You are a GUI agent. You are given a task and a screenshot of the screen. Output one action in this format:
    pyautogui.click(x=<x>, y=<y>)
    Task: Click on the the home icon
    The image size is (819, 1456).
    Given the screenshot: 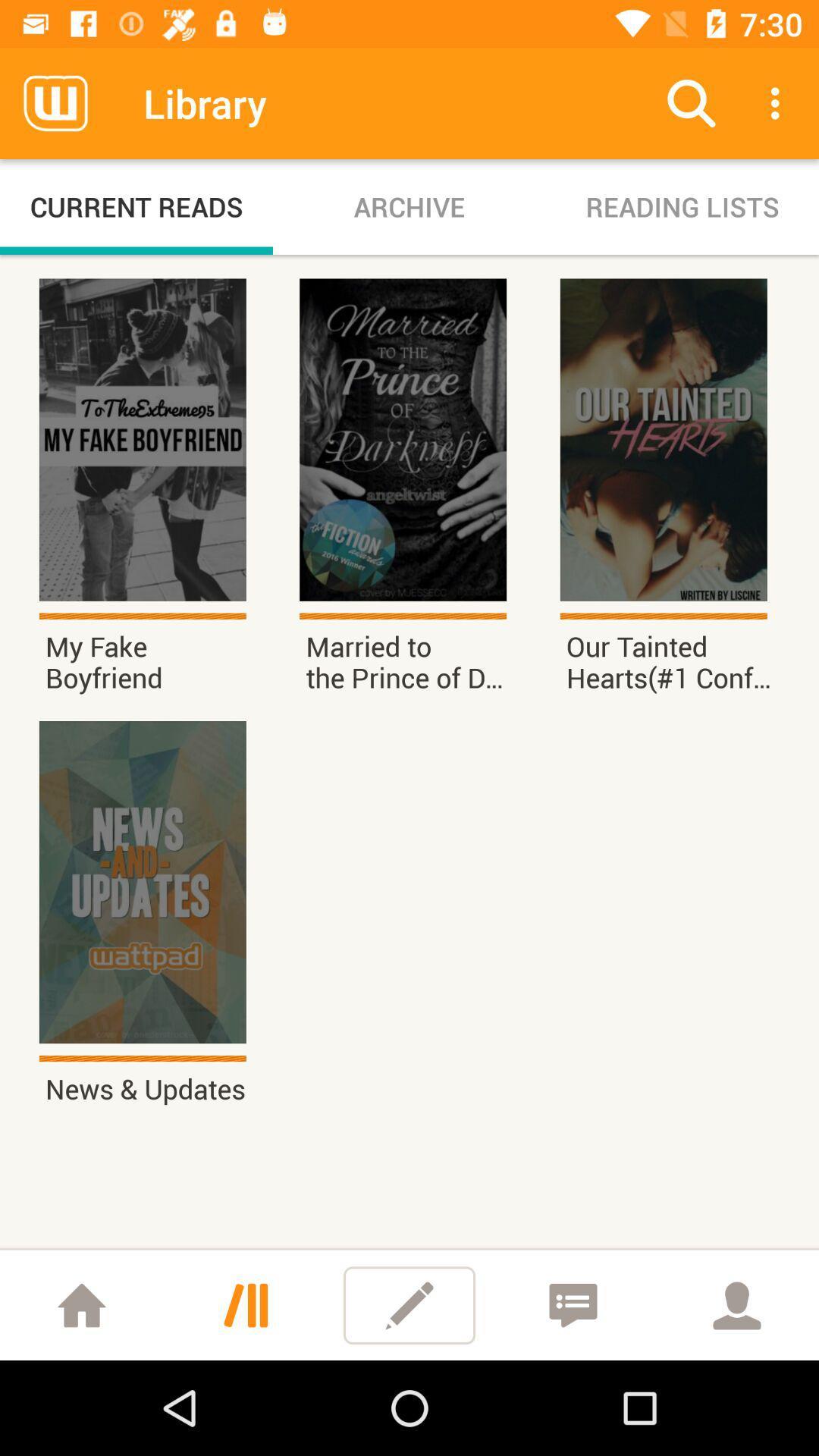 What is the action you would take?
    pyautogui.click(x=82, y=1304)
    